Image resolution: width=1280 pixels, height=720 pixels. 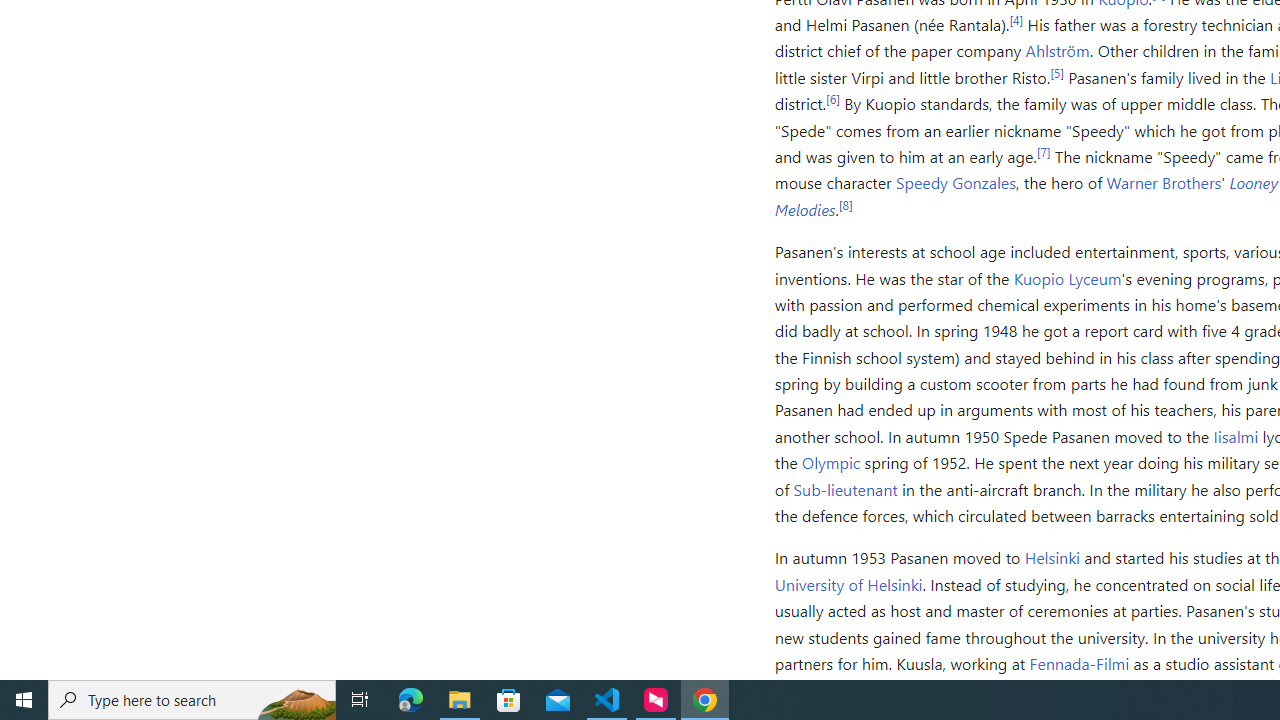 I want to click on 'University of Helsinki', so click(x=848, y=583).